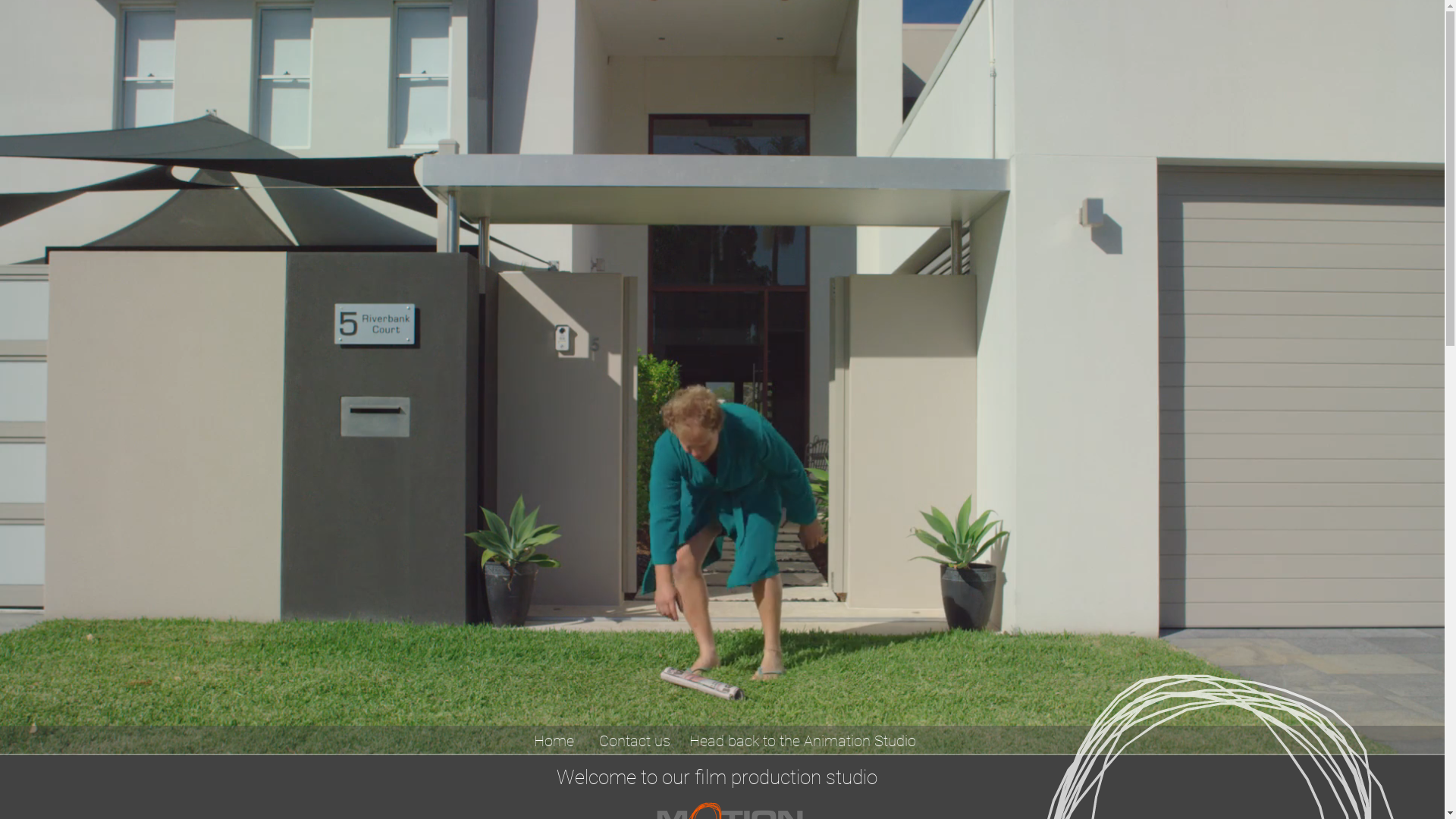 The width and height of the screenshot is (1456, 819). What do you see at coordinates (802, 739) in the screenshot?
I see `'Head back to the Animation Studio'` at bounding box center [802, 739].